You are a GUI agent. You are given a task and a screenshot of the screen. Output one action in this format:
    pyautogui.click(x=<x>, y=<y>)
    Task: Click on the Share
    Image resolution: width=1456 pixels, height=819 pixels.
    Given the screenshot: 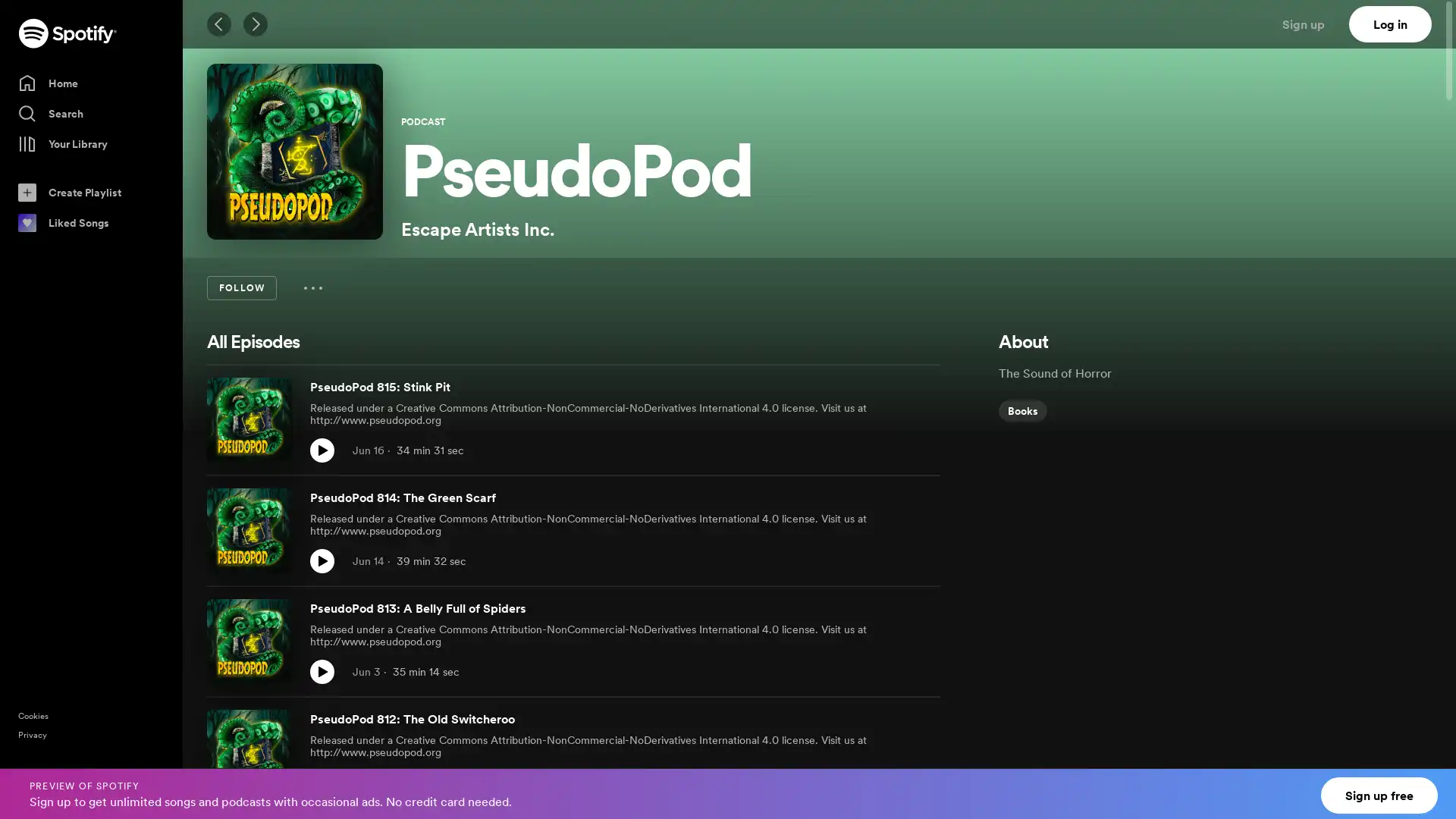 What is the action you would take?
    pyautogui.click(x=895, y=783)
    